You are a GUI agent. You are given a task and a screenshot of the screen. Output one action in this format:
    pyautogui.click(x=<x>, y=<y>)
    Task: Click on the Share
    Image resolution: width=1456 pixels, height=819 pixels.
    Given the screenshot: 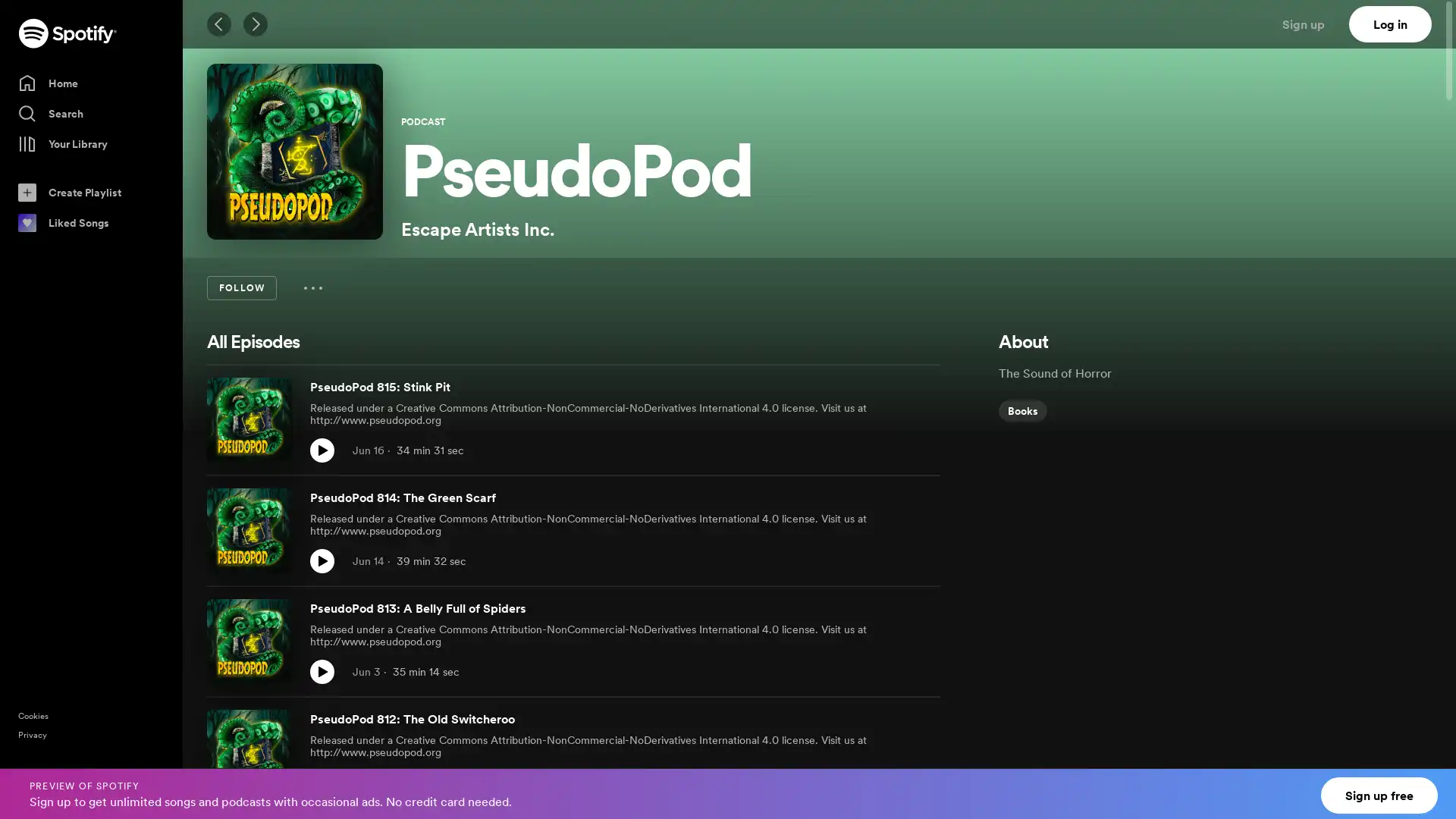 What is the action you would take?
    pyautogui.click(x=895, y=783)
    